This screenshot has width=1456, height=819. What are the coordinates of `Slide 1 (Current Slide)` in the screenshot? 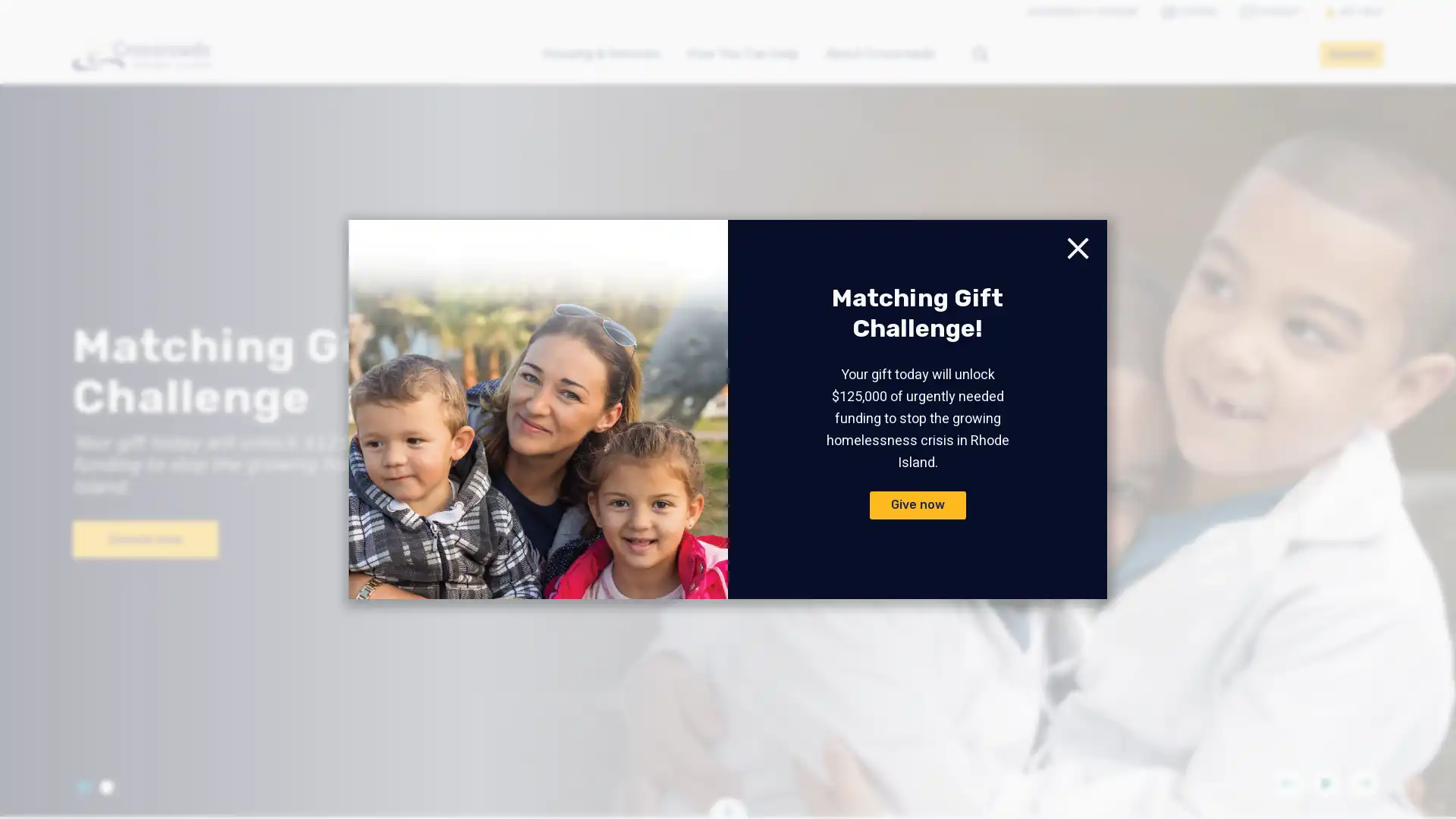 It's located at (83, 786).